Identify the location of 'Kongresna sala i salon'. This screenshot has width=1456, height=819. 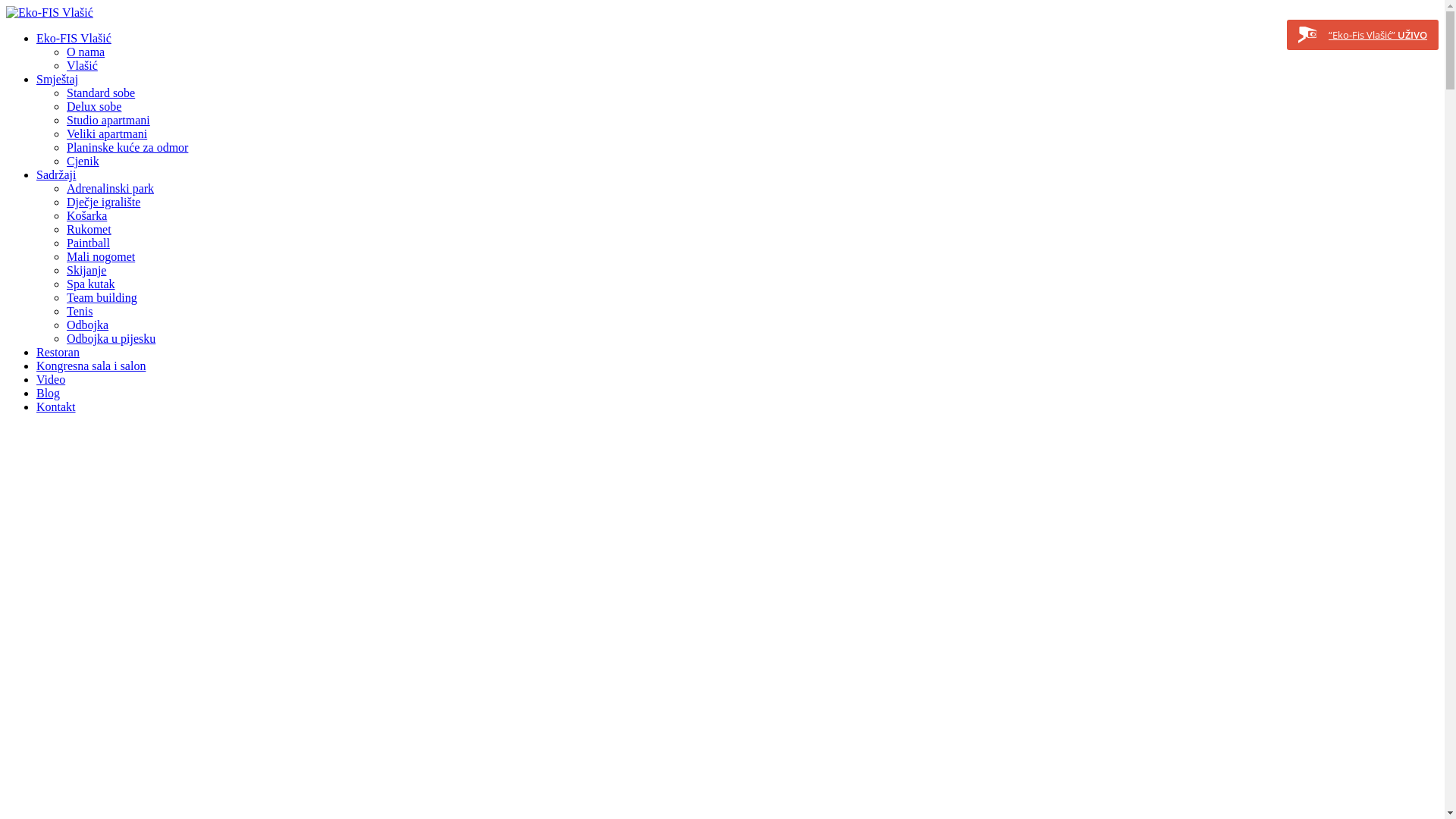
(36, 366).